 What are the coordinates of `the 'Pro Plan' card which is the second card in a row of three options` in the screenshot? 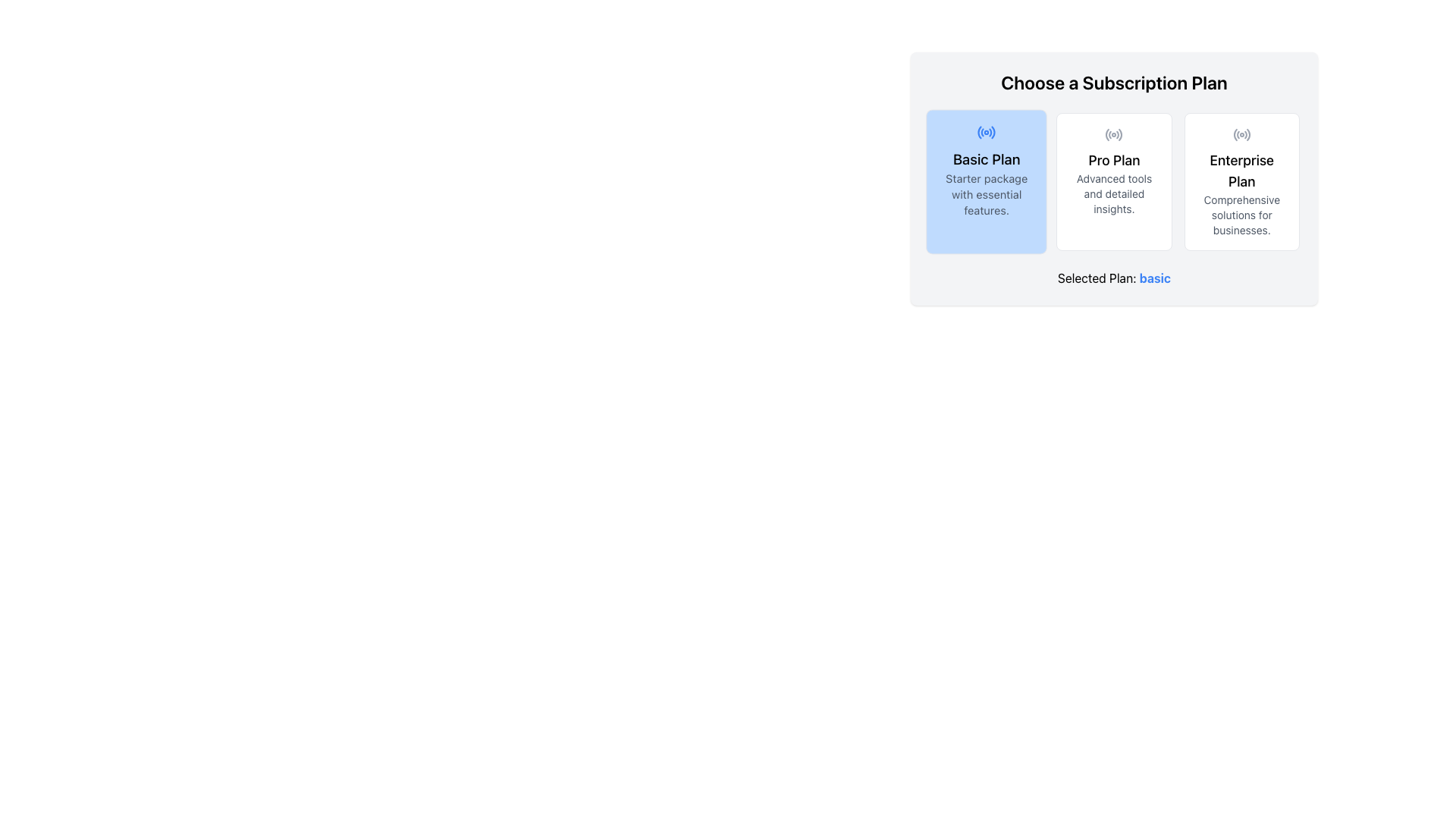 It's located at (1114, 180).